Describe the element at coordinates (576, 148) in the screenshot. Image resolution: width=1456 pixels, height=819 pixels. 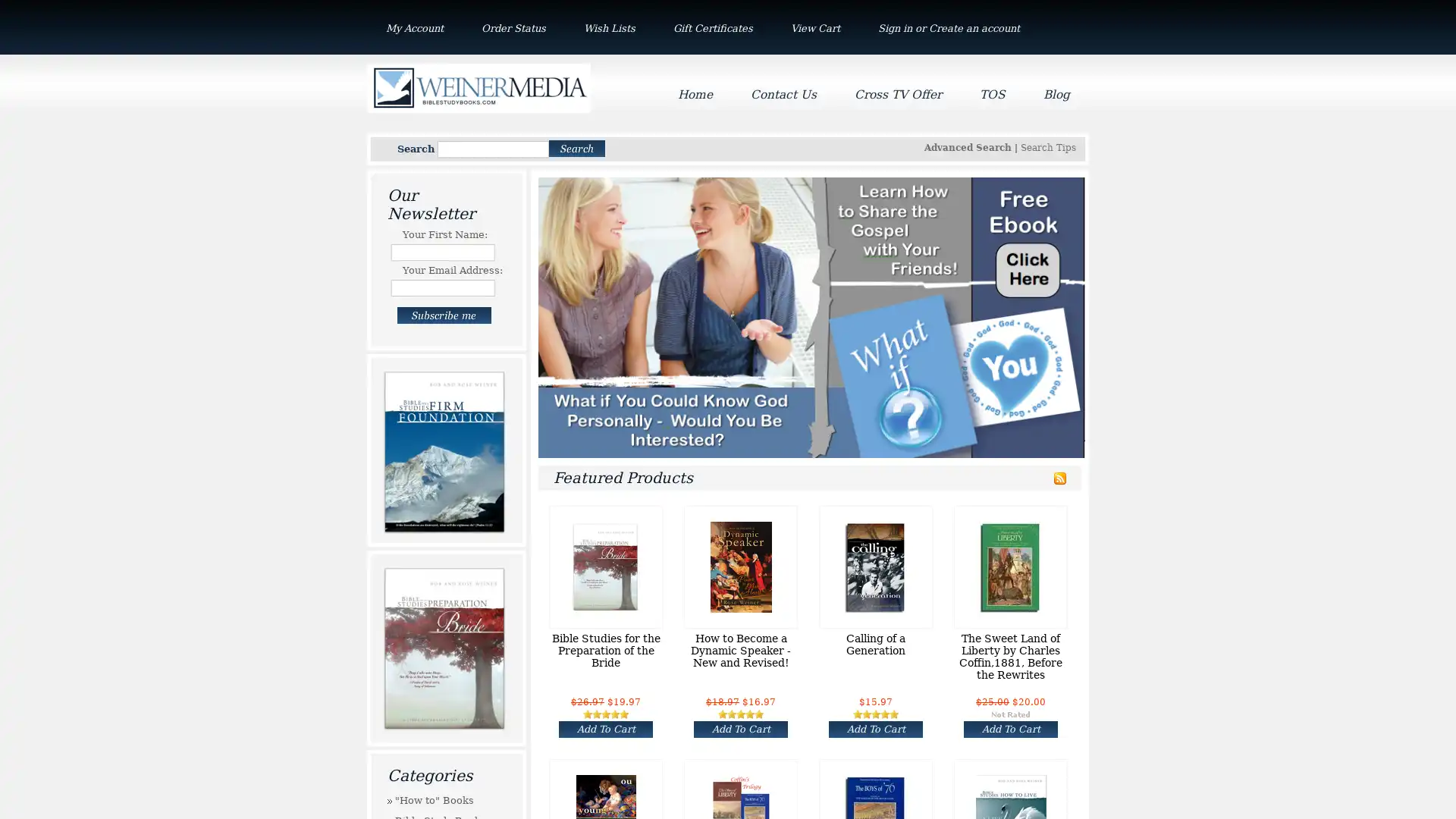
I see `Submit` at that location.